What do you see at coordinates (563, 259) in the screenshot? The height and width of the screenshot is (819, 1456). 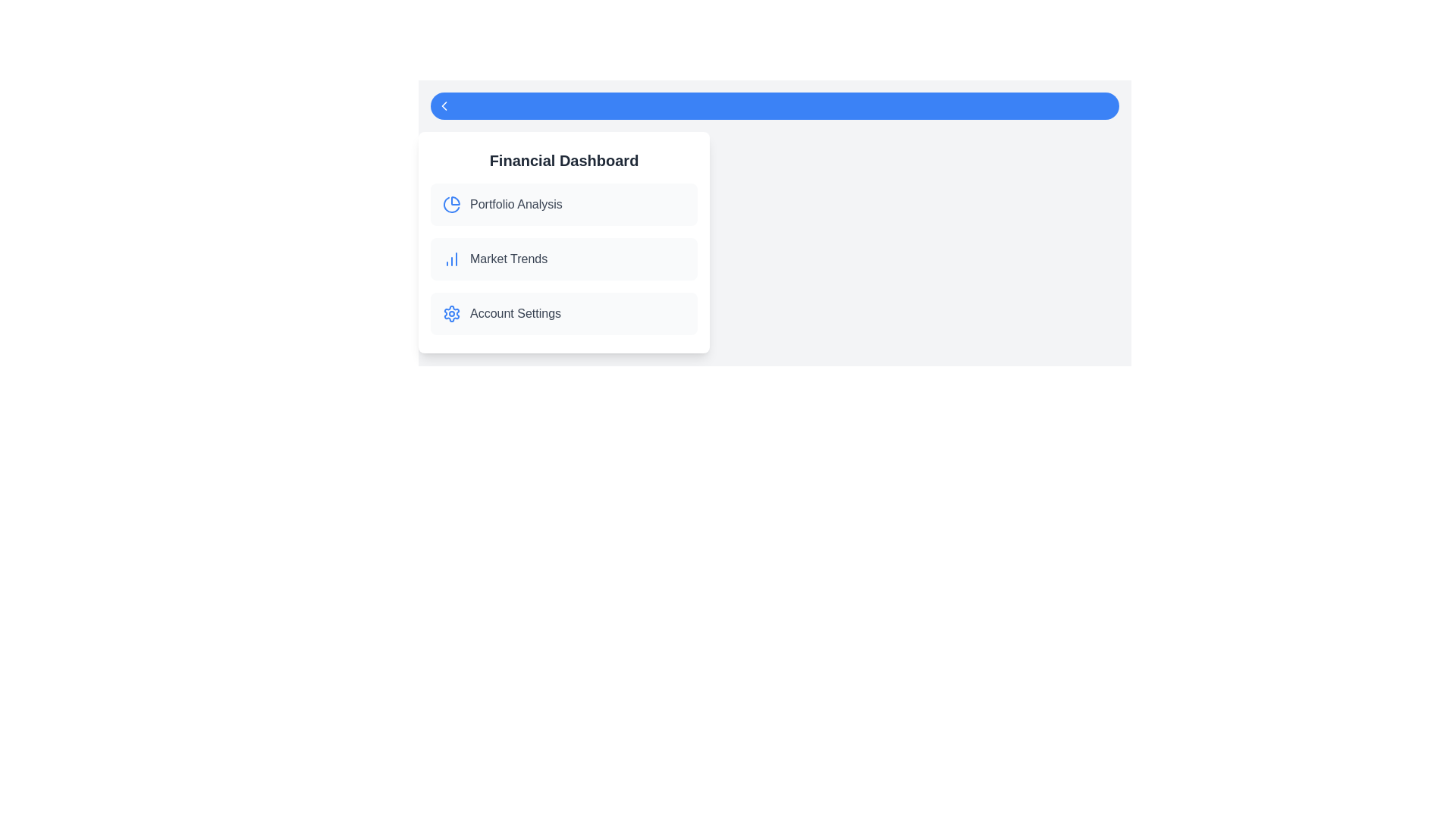 I see `the 'Market Trends' panel` at bounding box center [563, 259].